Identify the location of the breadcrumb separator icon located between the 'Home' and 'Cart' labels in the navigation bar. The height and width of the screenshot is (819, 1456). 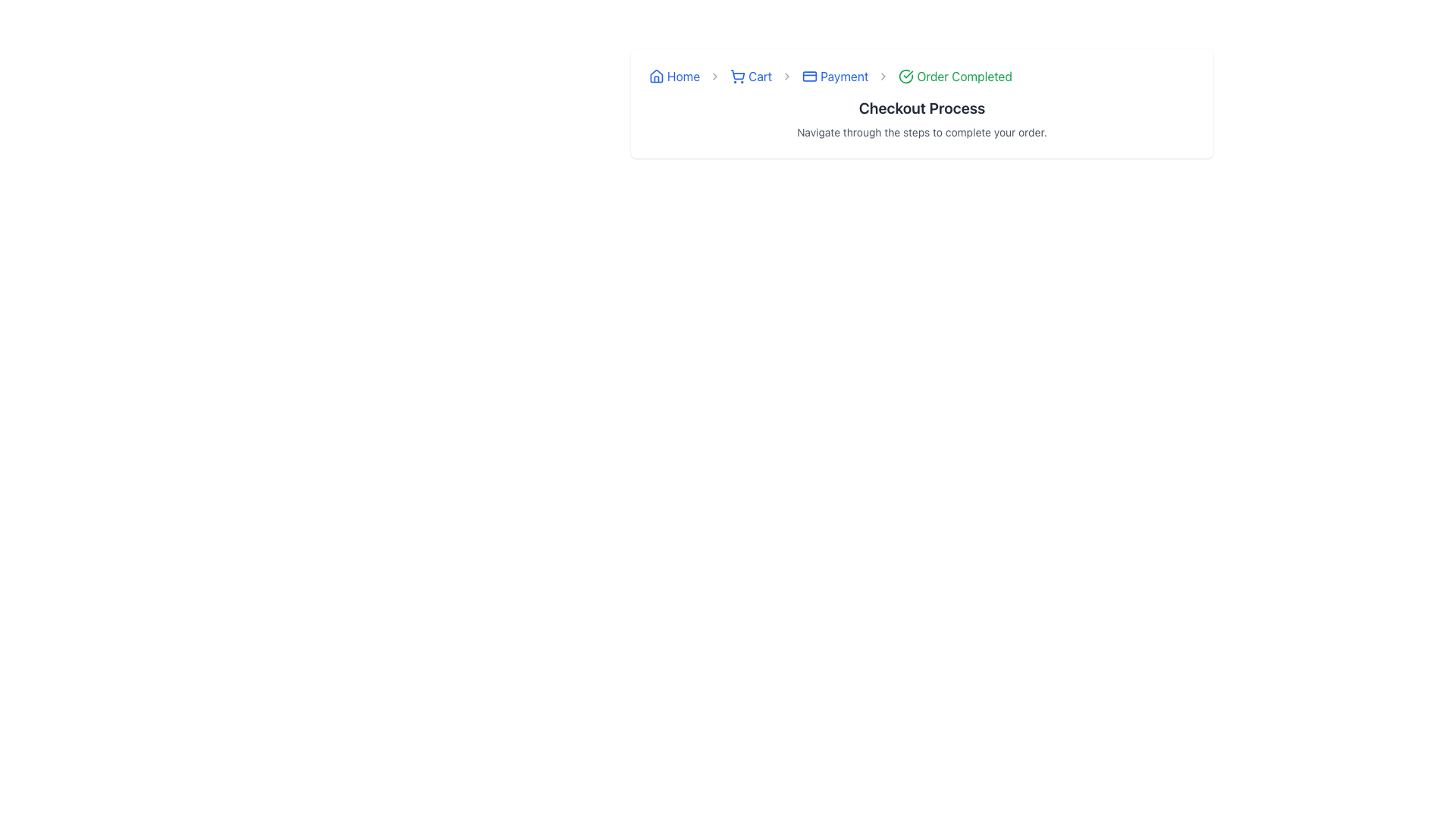
(714, 76).